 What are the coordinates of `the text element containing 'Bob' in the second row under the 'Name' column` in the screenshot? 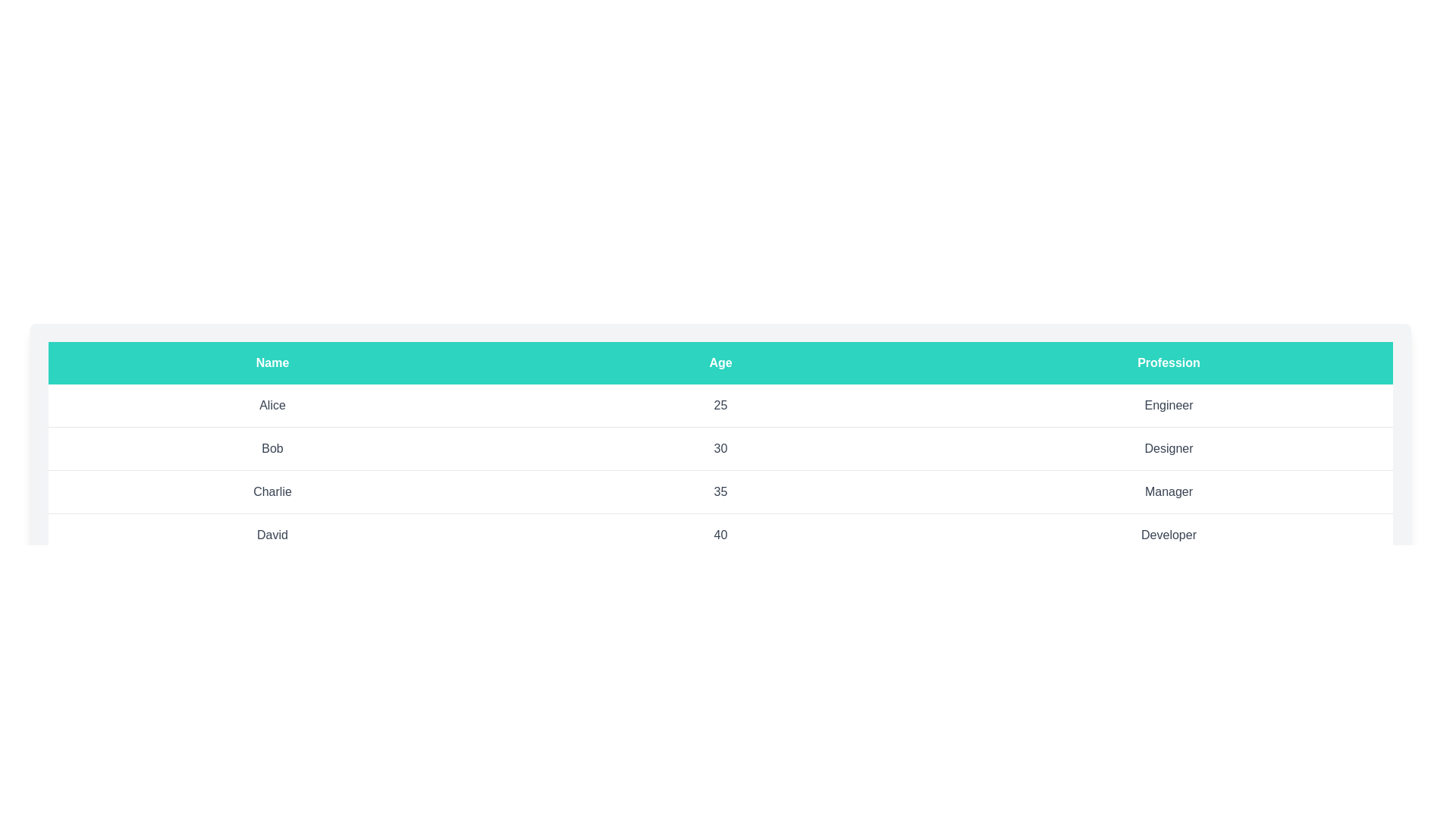 It's located at (272, 447).